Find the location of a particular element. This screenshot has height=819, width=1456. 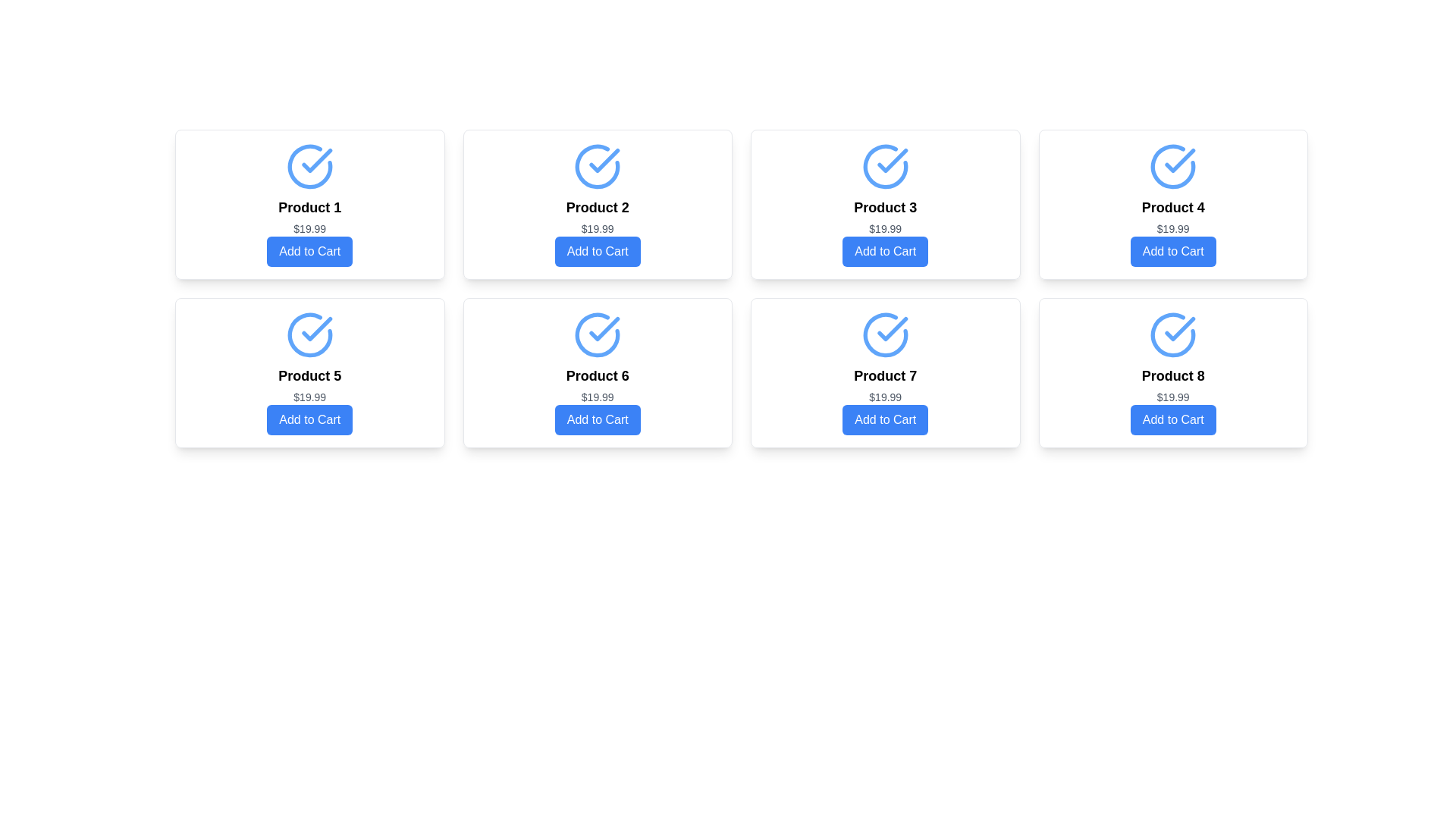

the 'Add to Cart' button located at the bottom of the 'Product 7' card, which has a blue background and white text is located at coordinates (885, 420).